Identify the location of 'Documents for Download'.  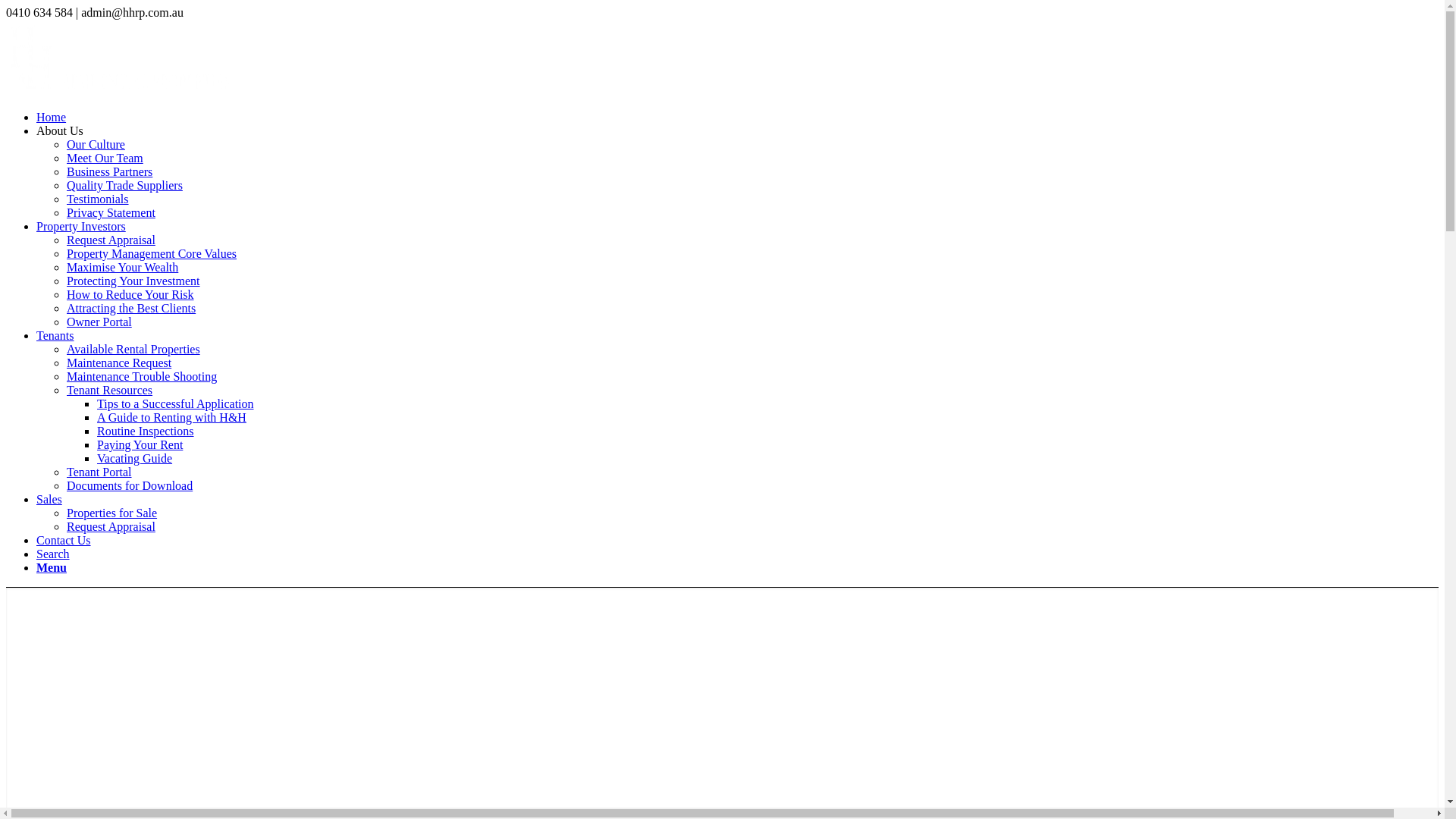
(65, 485).